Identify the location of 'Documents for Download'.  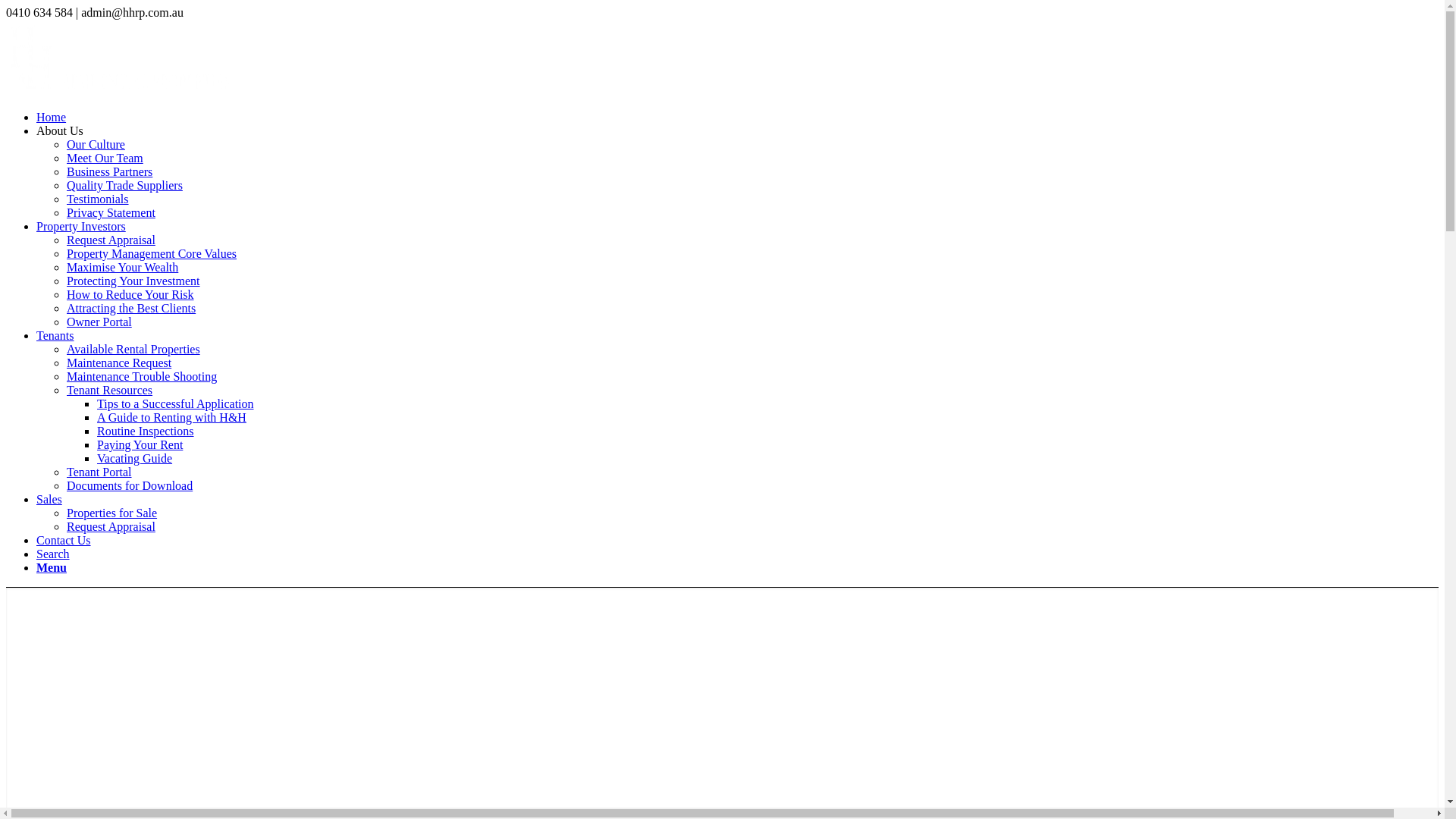
(65, 485).